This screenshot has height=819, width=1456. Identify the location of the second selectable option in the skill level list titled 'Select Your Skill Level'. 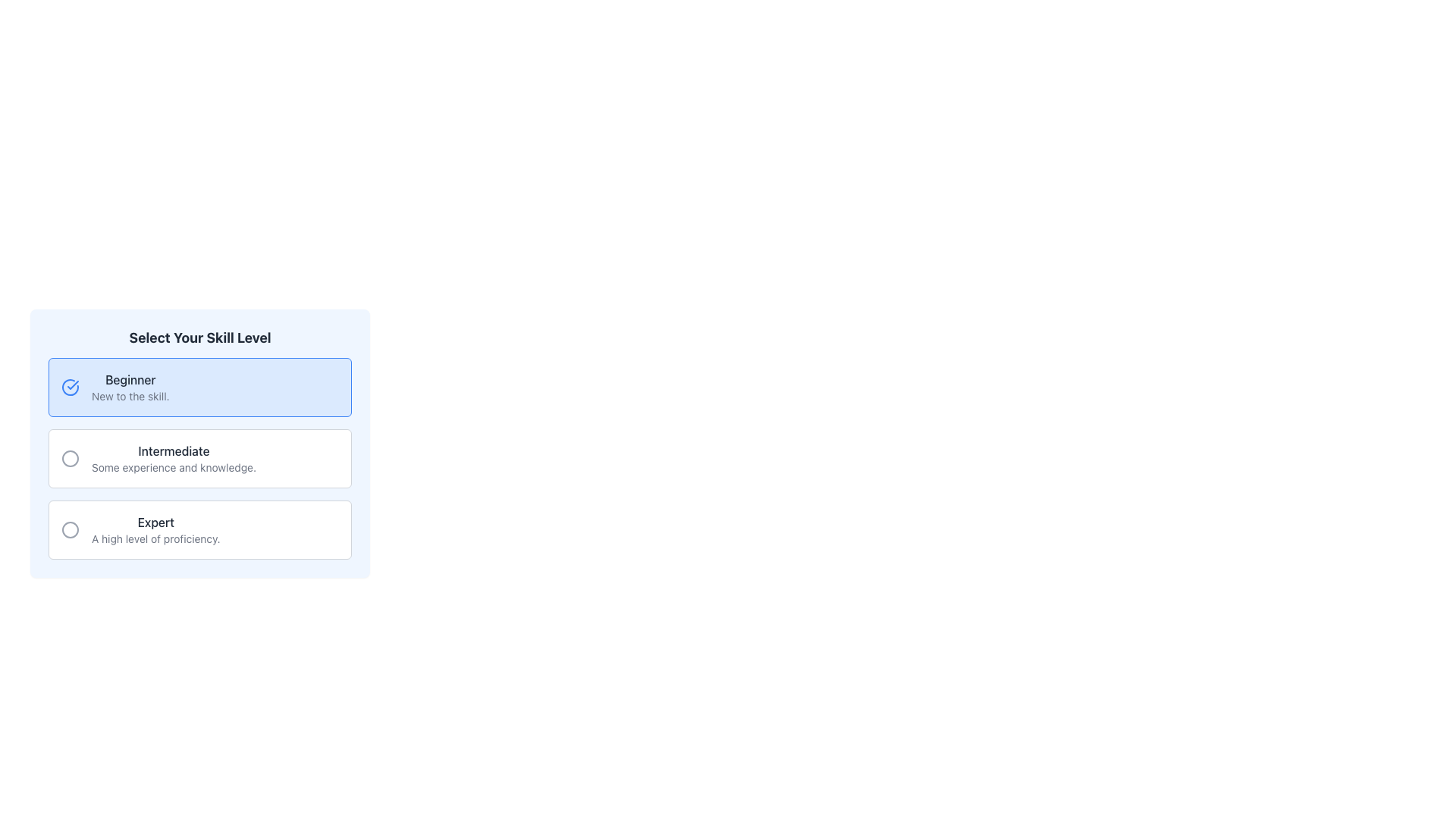
(199, 458).